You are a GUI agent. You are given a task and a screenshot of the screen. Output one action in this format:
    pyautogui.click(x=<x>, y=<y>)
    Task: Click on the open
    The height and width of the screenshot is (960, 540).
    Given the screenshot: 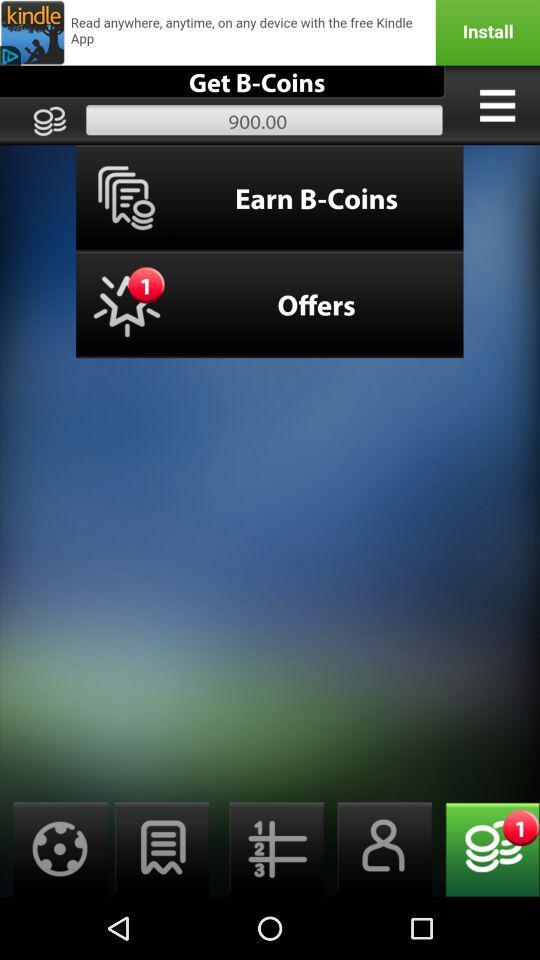 What is the action you would take?
    pyautogui.click(x=161, y=848)
    